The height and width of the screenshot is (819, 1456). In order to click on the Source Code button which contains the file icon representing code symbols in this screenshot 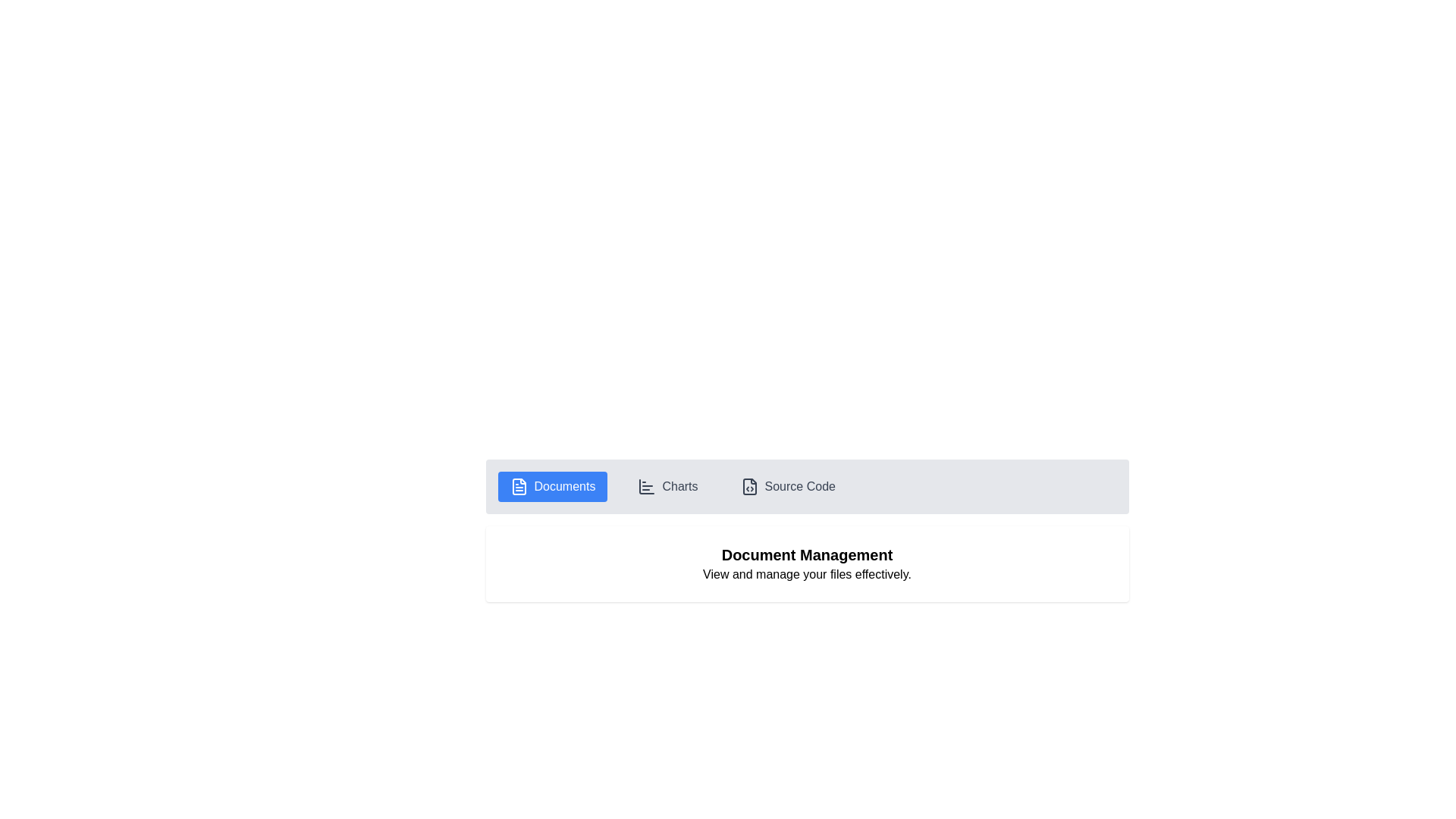, I will do `click(749, 486)`.